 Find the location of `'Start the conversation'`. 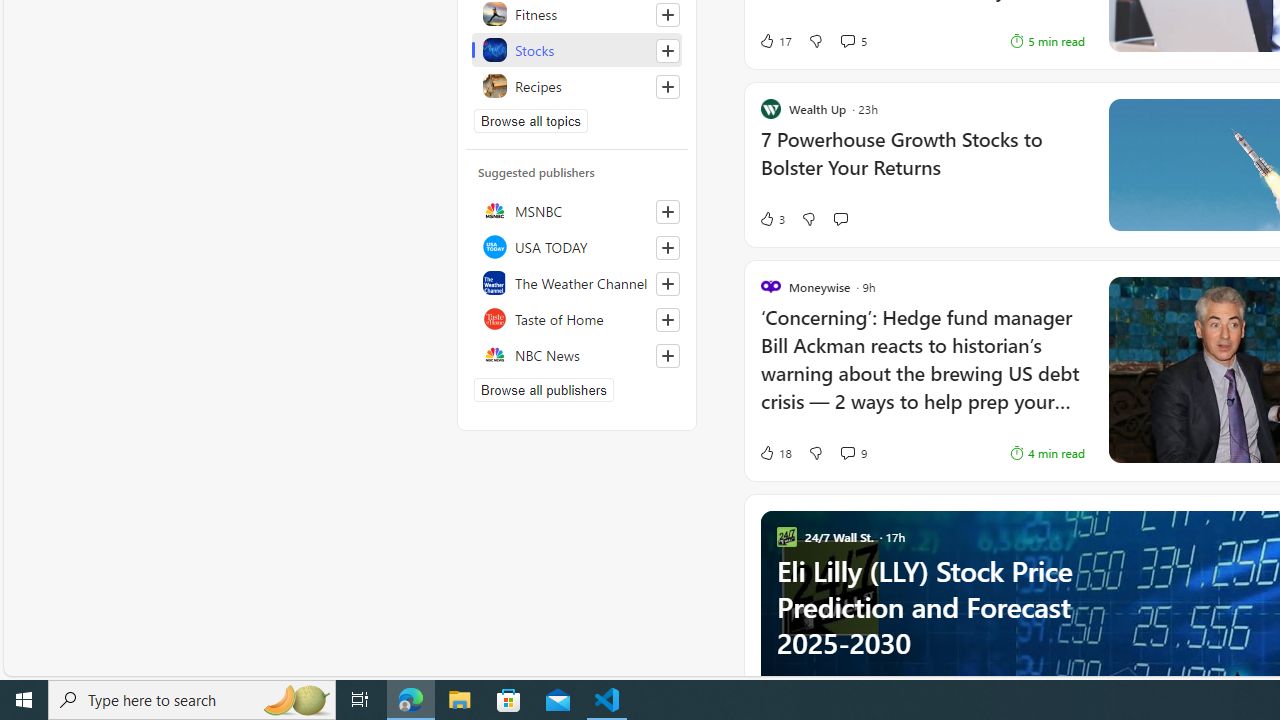

'Start the conversation' is located at coordinates (840, 218).